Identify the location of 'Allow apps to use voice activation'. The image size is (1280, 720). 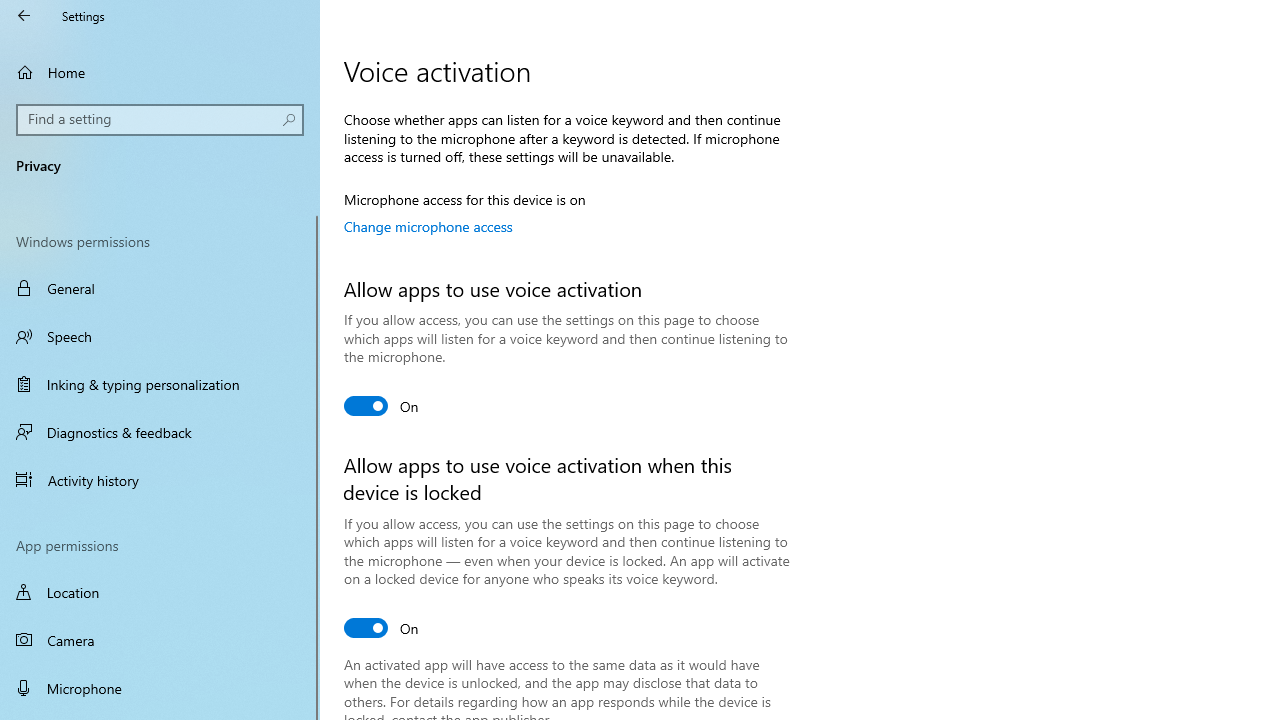
(382, 405).